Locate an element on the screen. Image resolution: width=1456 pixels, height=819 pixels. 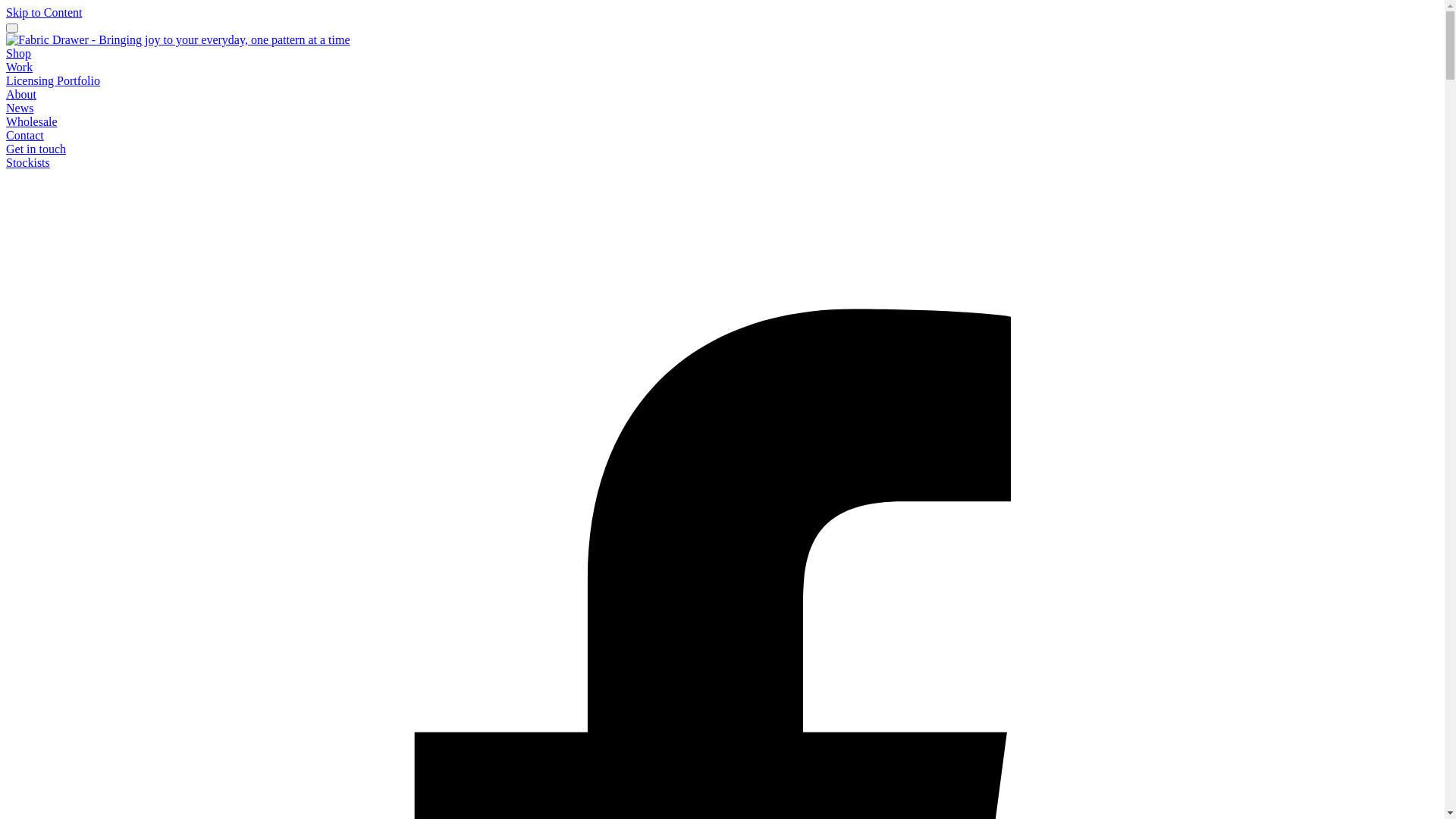
'About' is located at coordinates (21, 94).